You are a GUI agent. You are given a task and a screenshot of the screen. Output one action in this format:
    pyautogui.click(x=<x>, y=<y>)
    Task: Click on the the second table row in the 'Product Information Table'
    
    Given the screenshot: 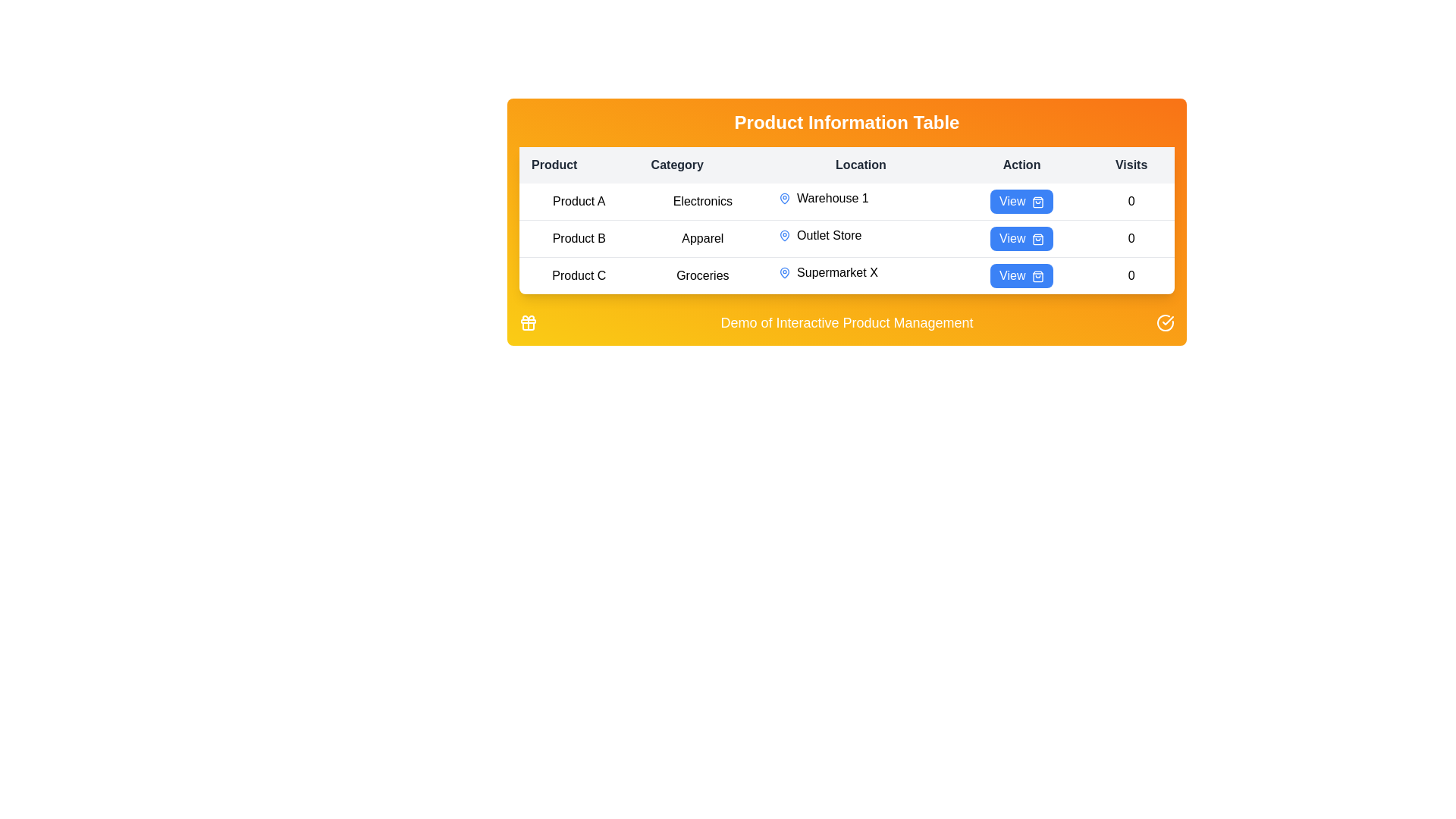 What is the action you would take?
    pyautogui.click(x=846, y=239)
    